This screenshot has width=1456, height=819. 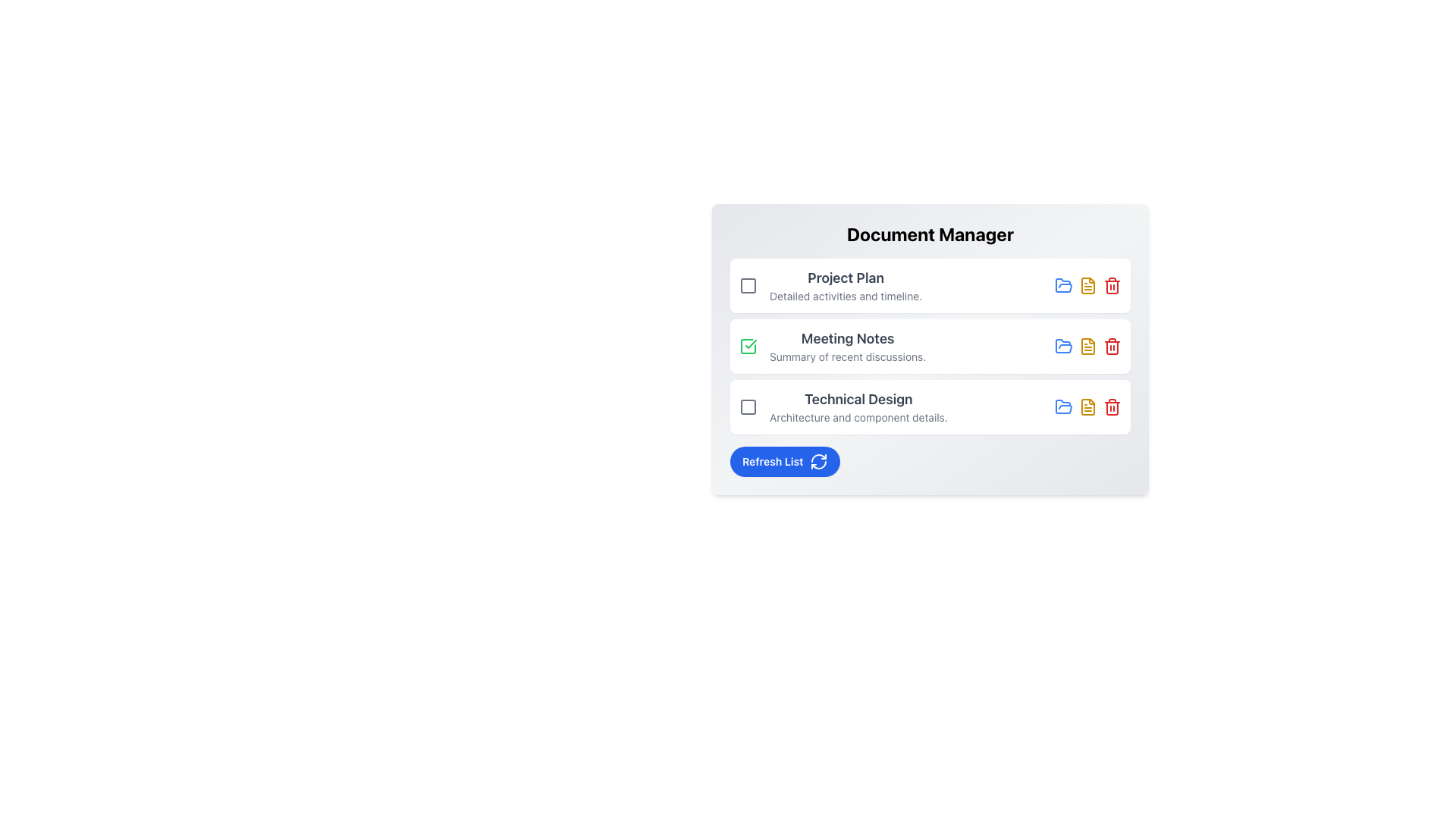 What do you see at coordinates (1087, 406) in the screenshot?
I see `the second icon from the right in the third item of a vertical list` at bounding box center [1087, 406].